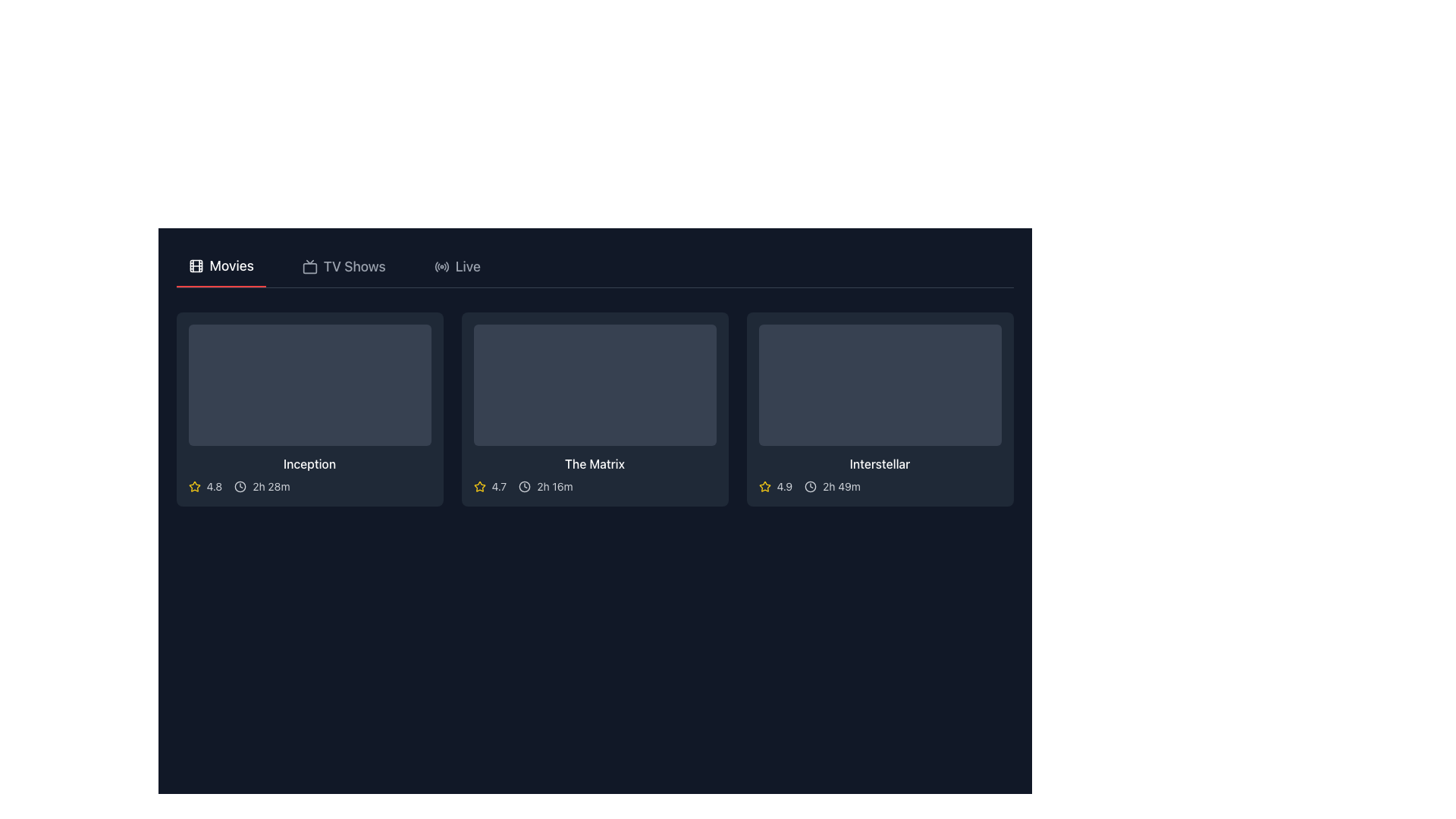 This screenshot has height=819, width=1456. Describe the element at coordinates (880, 463) in the screenshot. I see `the text label displaying 'Interstellar' in white font, located in the third movie card, centered below the image placeholder` at that location.